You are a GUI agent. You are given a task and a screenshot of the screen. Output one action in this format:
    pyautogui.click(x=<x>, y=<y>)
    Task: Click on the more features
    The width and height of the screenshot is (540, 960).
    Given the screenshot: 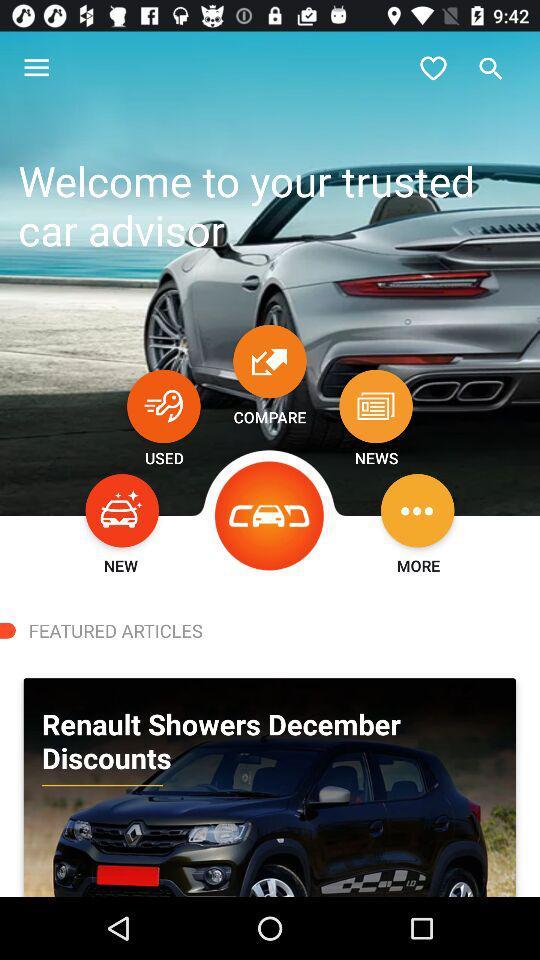 What is the action you would take?
    pyautogui.click(x=416, y=509)
    